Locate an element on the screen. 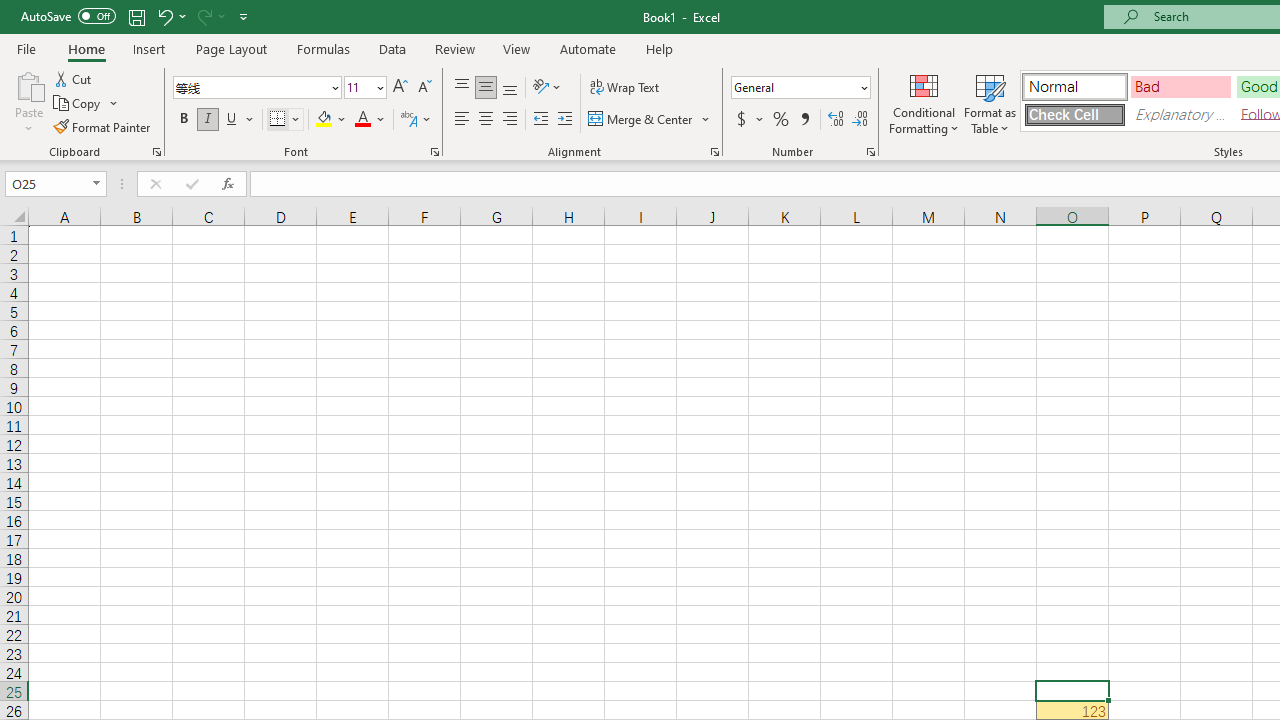 This screenshot has width=1280, height=720. 'Bad' is located at coordinates (1180, 85).